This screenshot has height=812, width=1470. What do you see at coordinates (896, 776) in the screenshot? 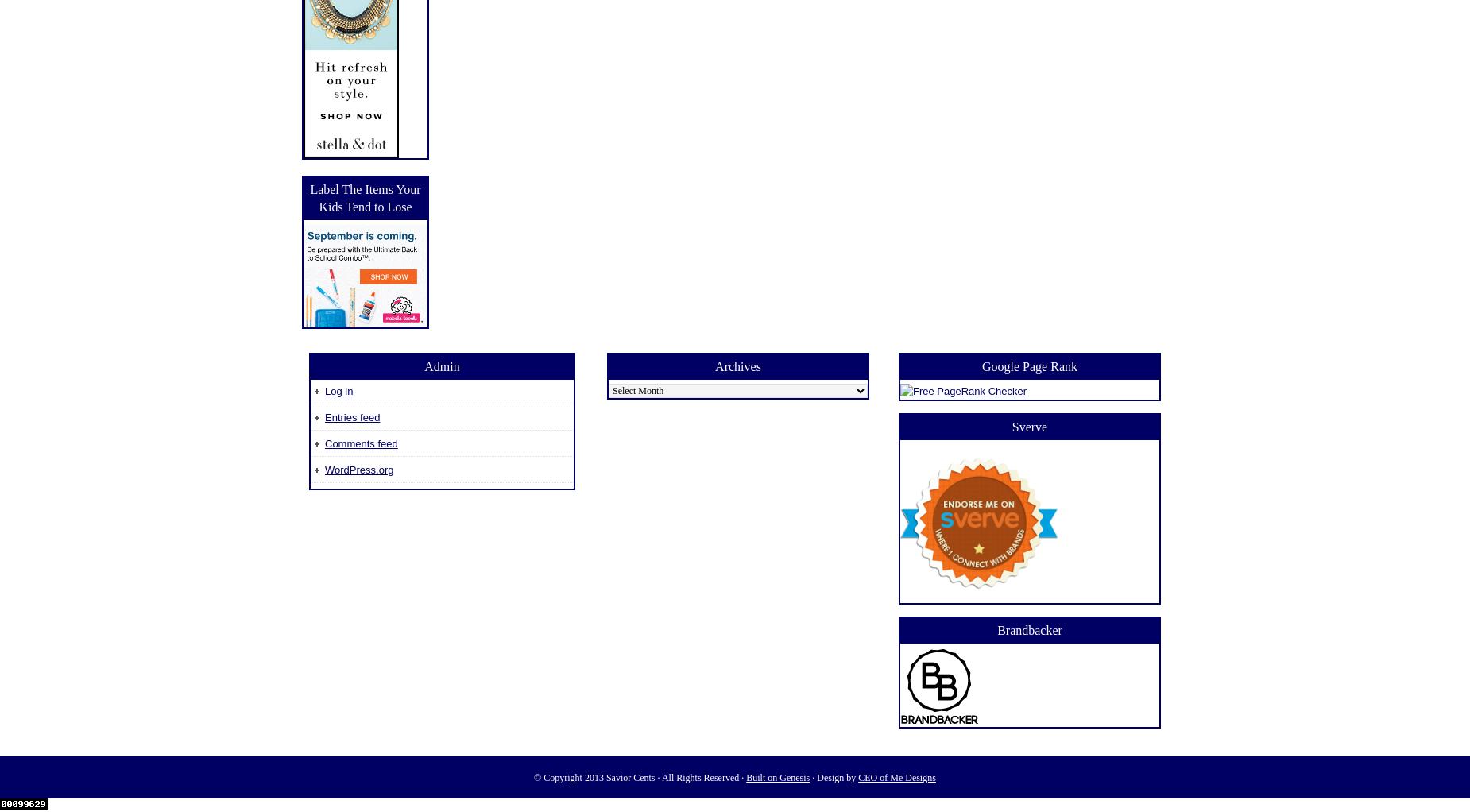
I see `'CEO of Me Designs'` at bounding box center [896, 776].